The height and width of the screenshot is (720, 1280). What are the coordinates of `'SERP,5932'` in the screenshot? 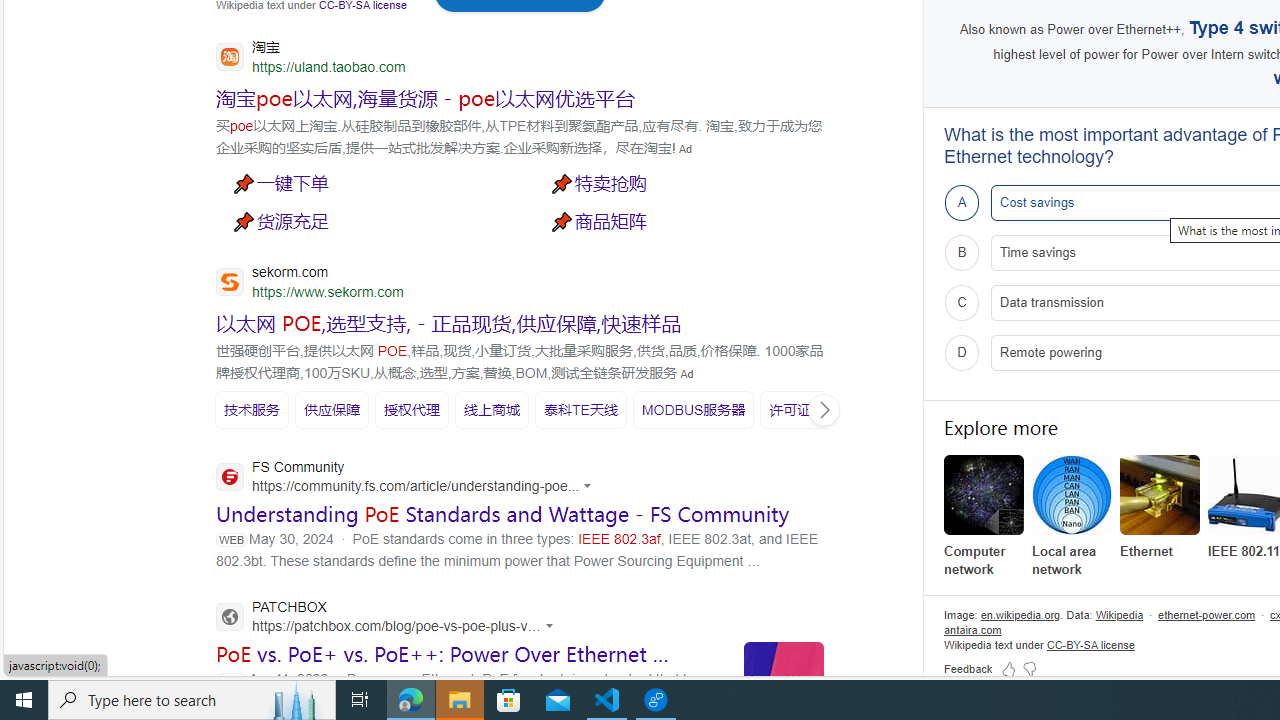 It's located at (804, 408).